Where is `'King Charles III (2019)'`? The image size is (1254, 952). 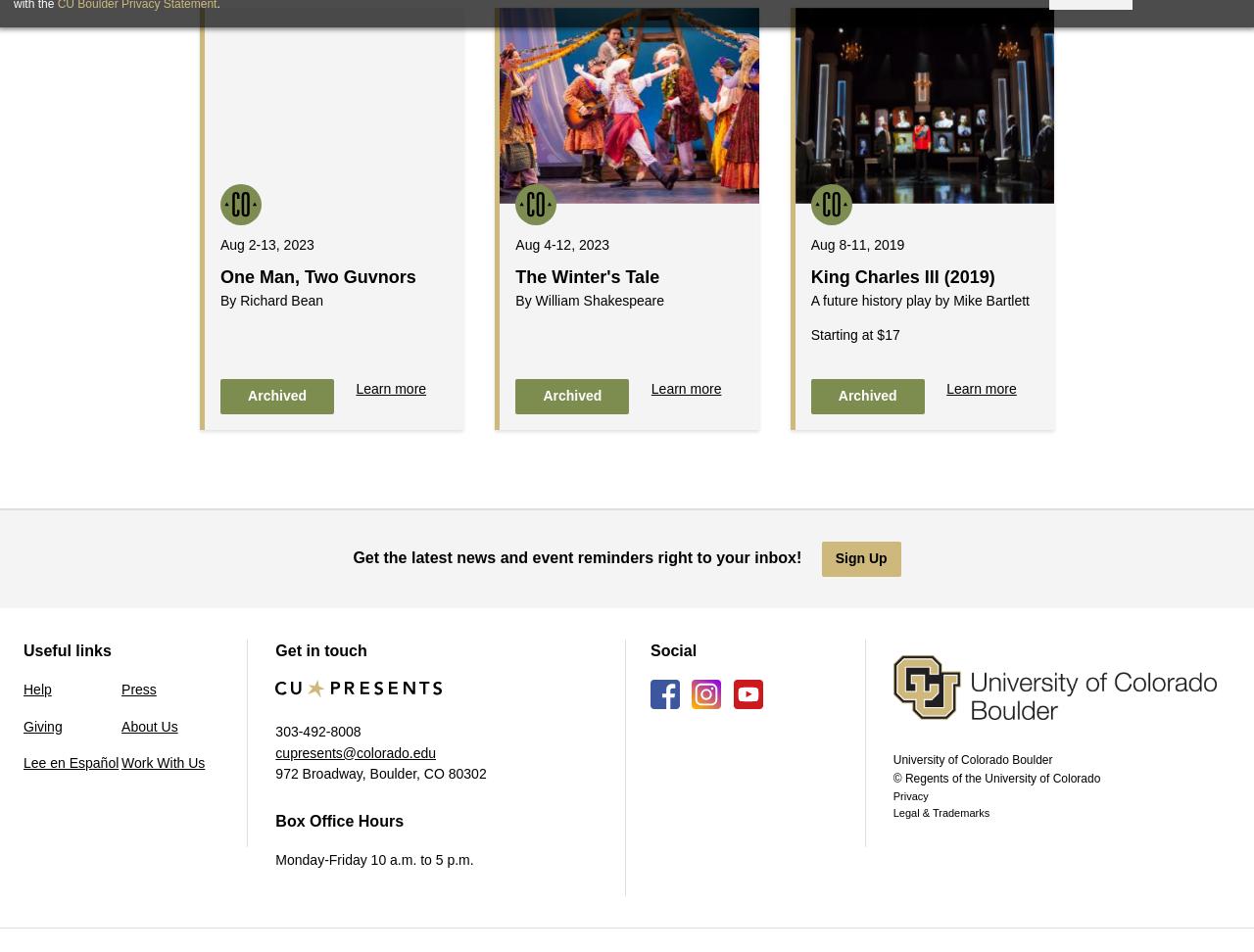
'King Charles III (2019)' is located at coordinates (900, 277).